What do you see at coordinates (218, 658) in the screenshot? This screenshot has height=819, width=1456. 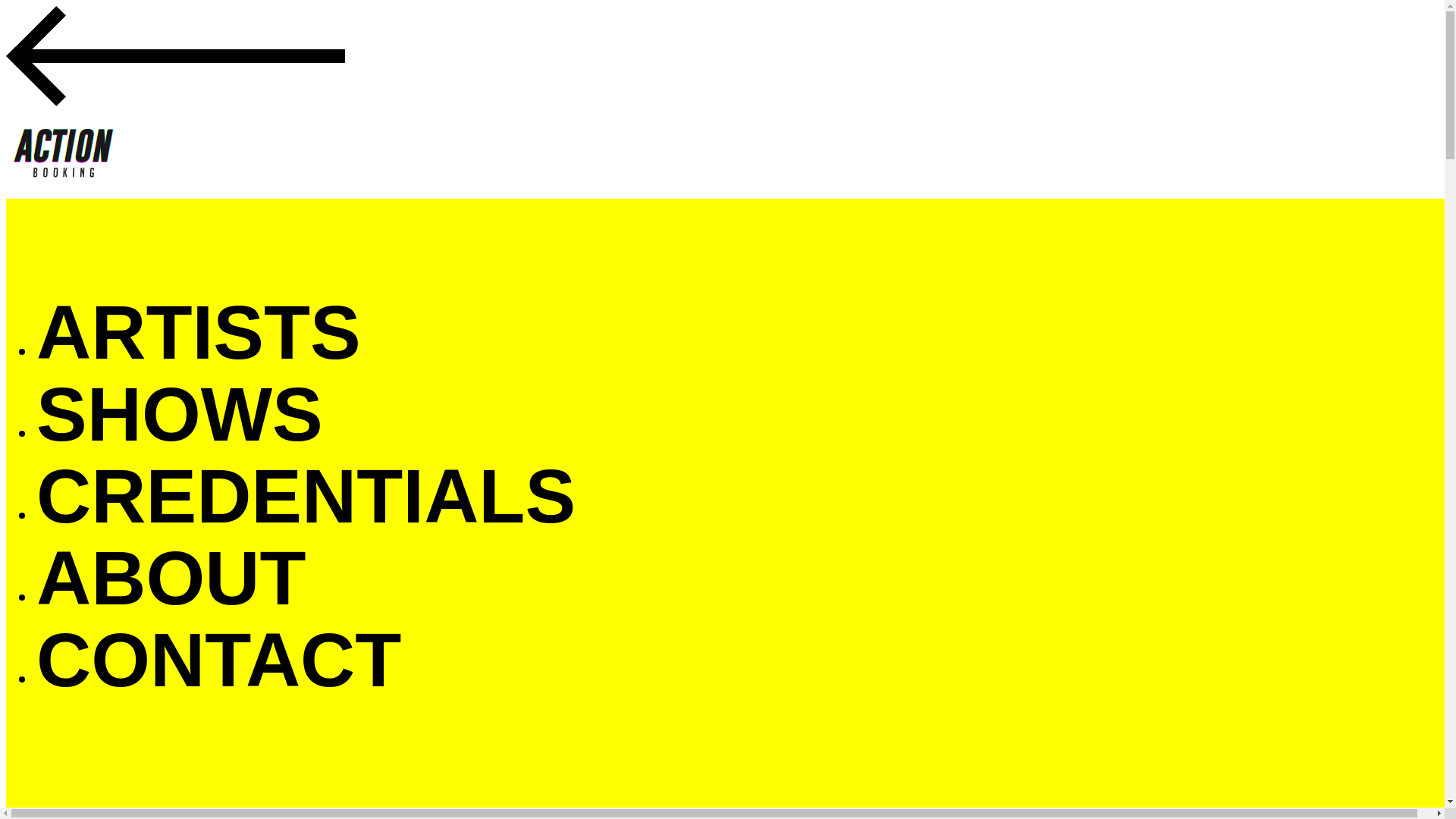 I see `'CONTACT'` at bounding box center [218, 658].